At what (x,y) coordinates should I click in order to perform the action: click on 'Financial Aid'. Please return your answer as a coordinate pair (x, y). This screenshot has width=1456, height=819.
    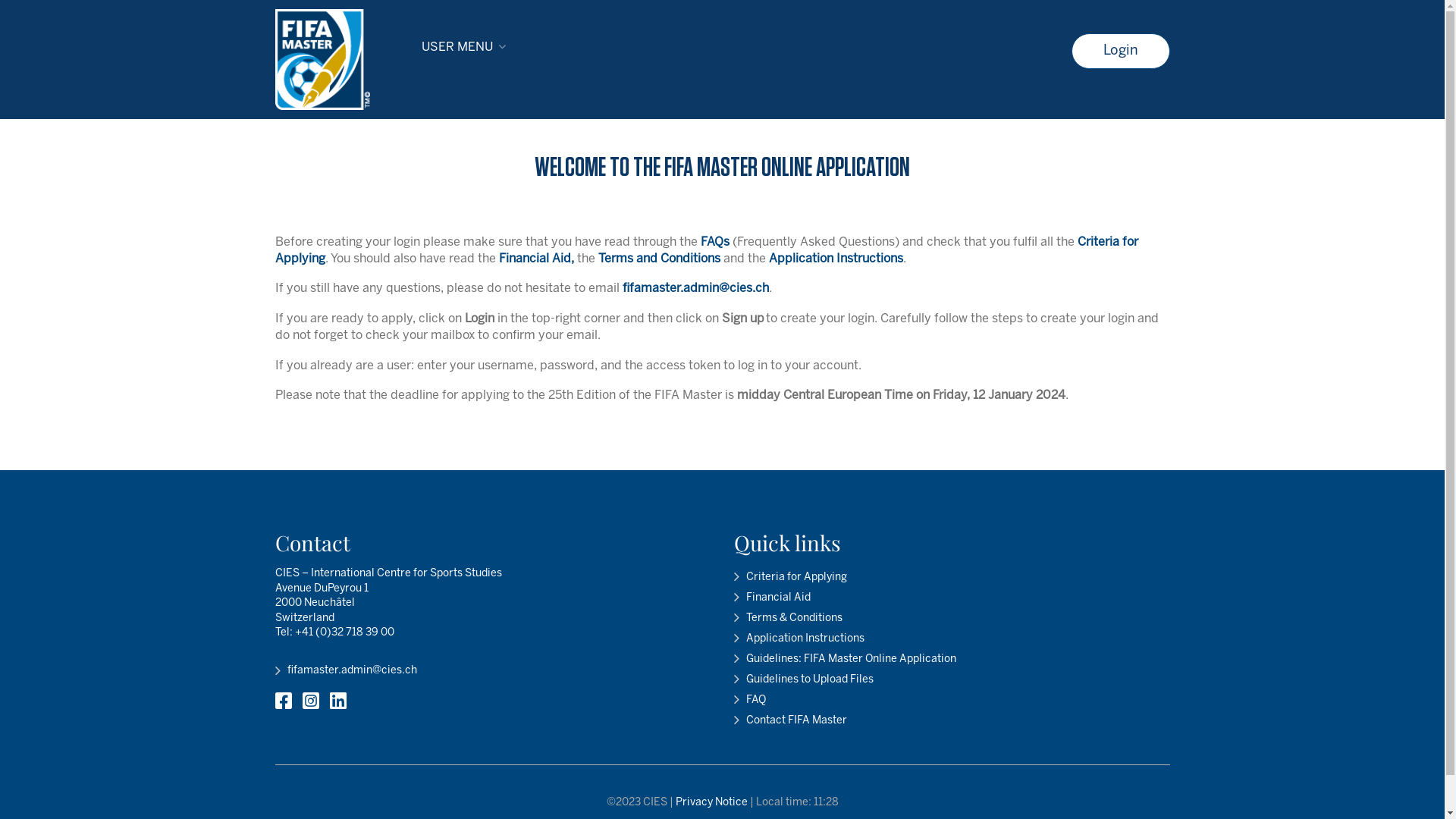
    Looking at the image, I should click on (772, 598).